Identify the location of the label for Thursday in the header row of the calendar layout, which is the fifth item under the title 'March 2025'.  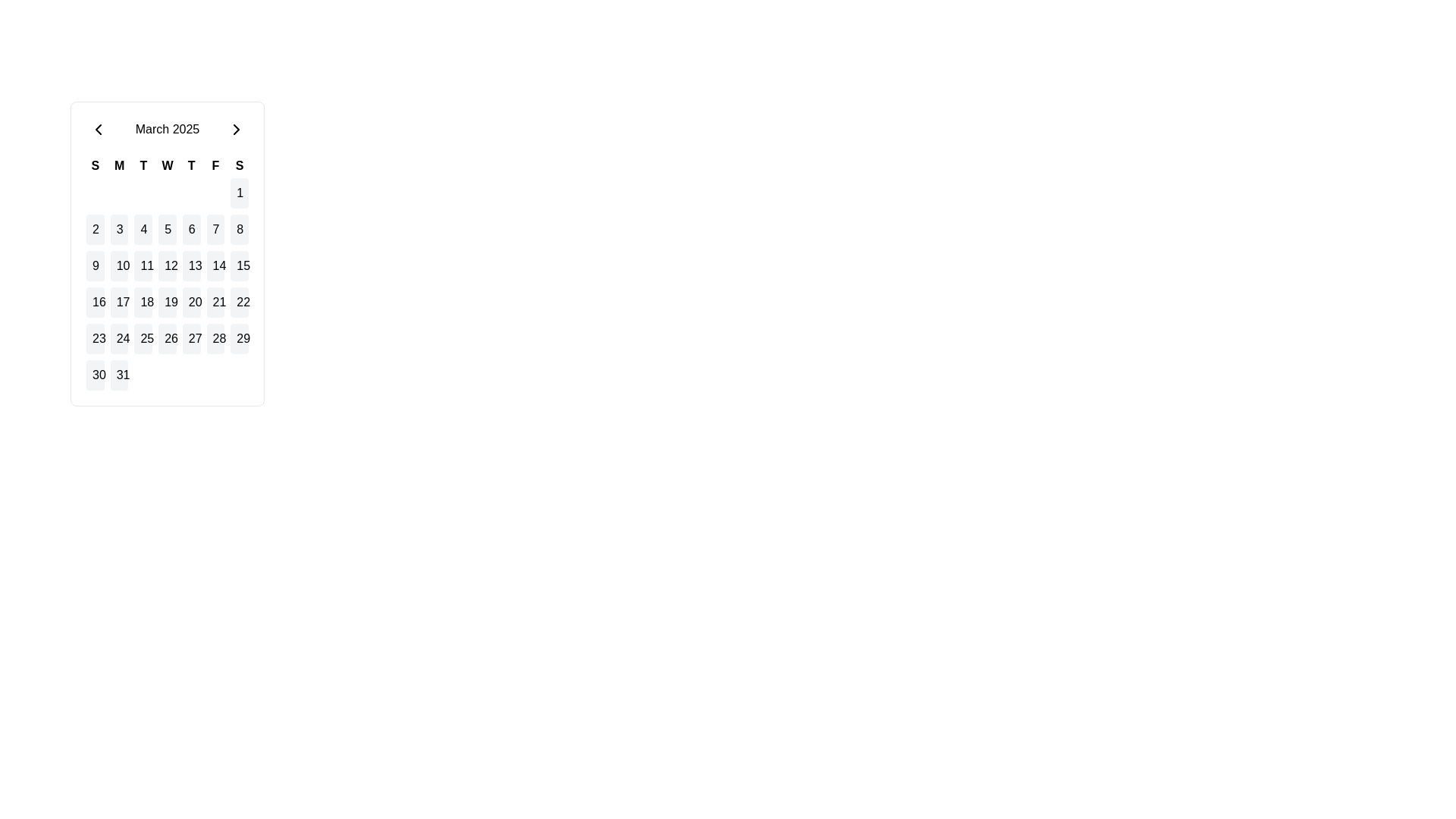
(190, 166).